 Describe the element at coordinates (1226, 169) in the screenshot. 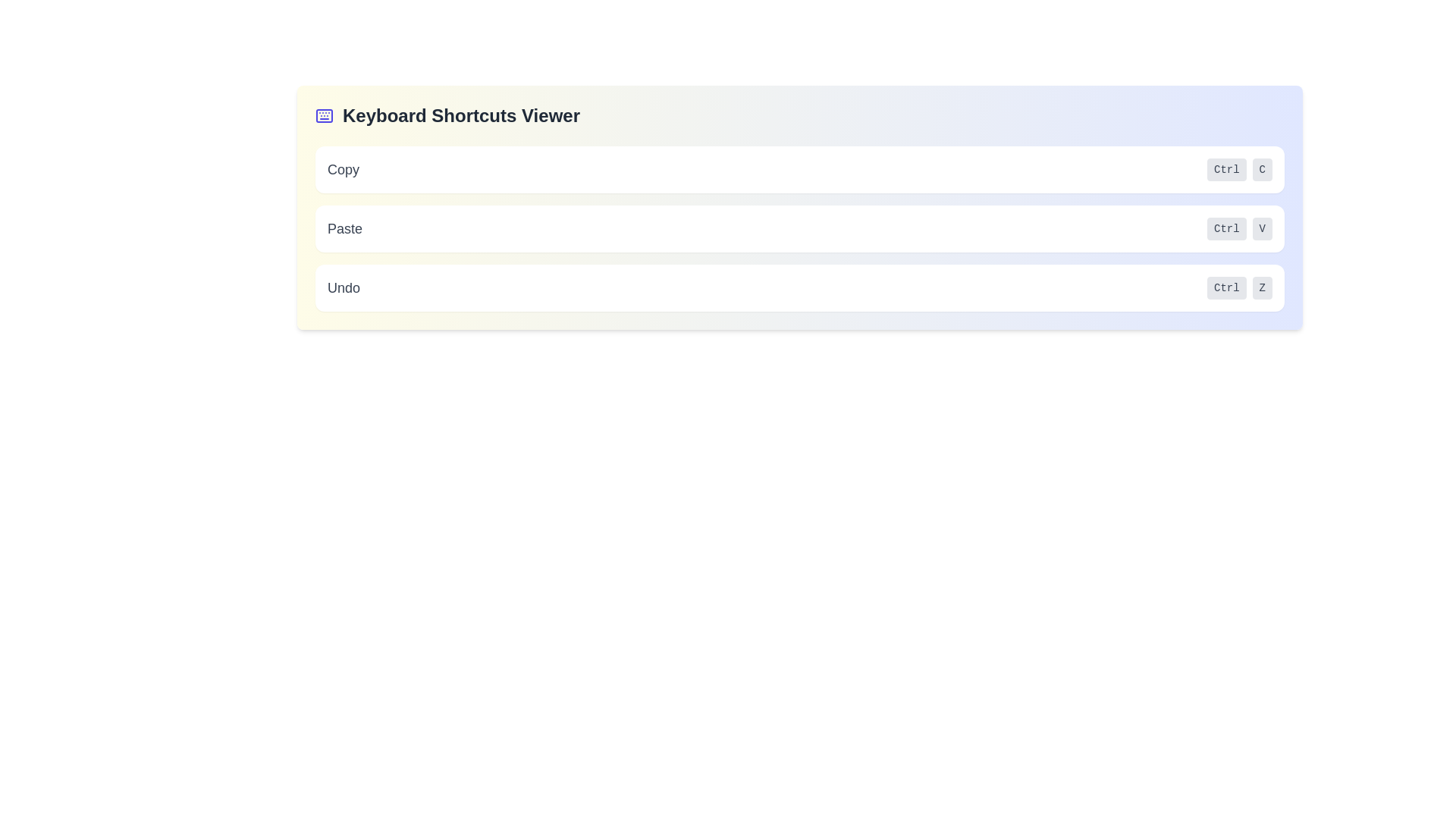

I see `rectangular button-like component displaying the text 'Ctrl' in the Keyboard Shortcuts Viewer interface, located in the topmost shortcut row labeled 'Copy'` at that location.